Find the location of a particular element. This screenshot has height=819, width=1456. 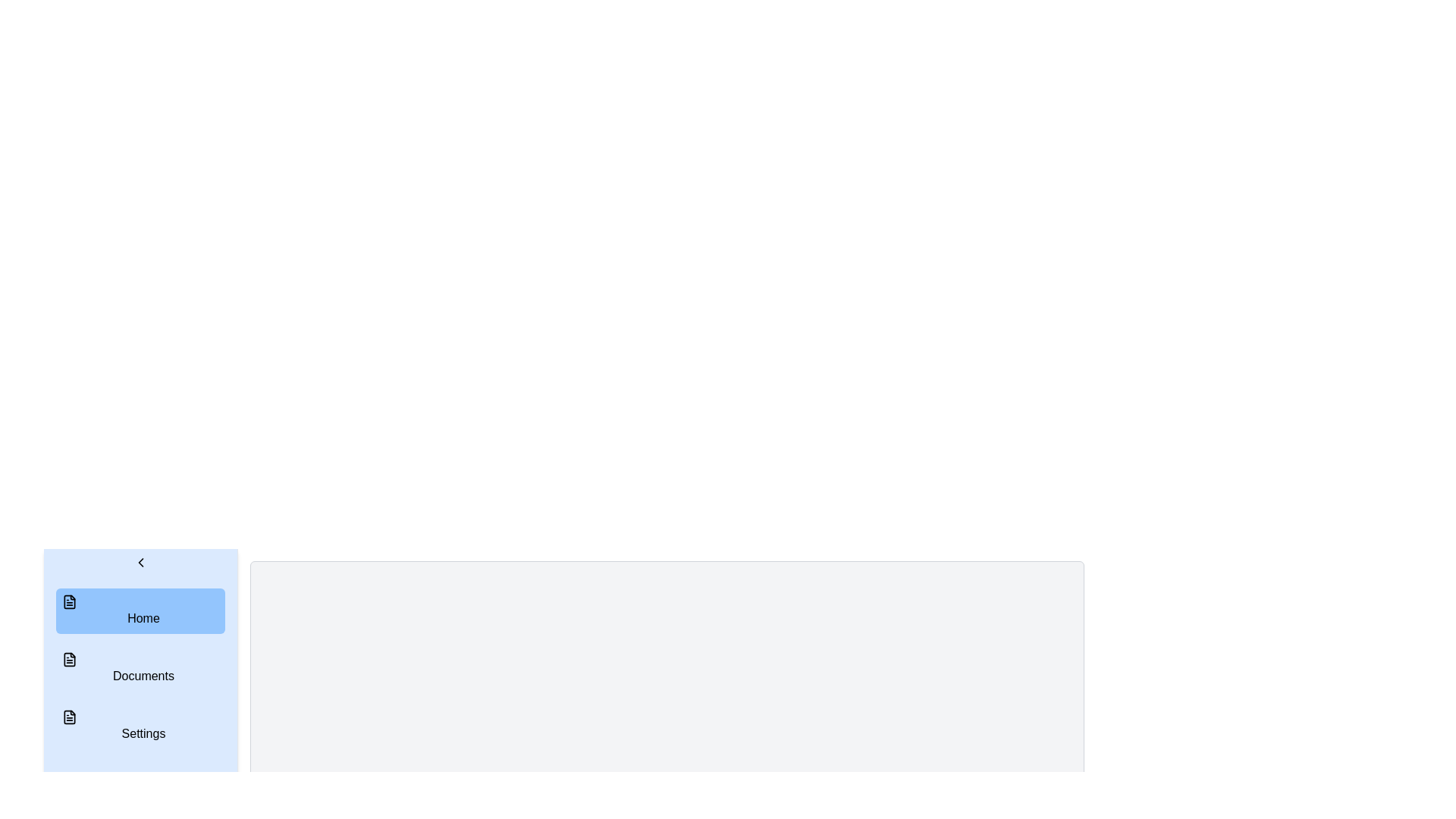

the 'Documents' button, which is a rectangular button with rounded corners, a light blue background, and black text, positioned below the 'Home' button and above the 'Settings' button is located at coordinates (140, 668).